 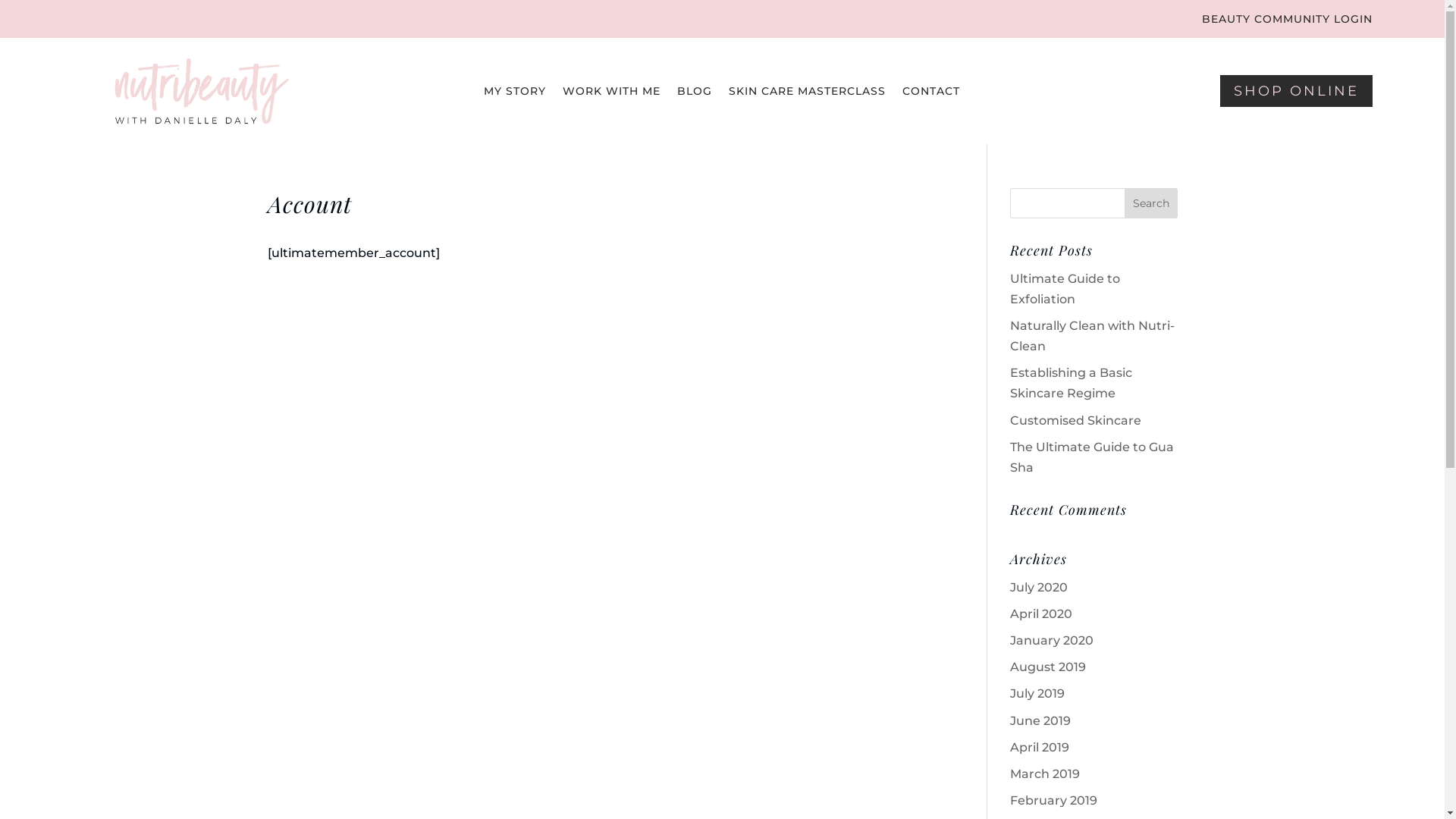 I want to click on 'January 2020', so click(x=1009, y=640).